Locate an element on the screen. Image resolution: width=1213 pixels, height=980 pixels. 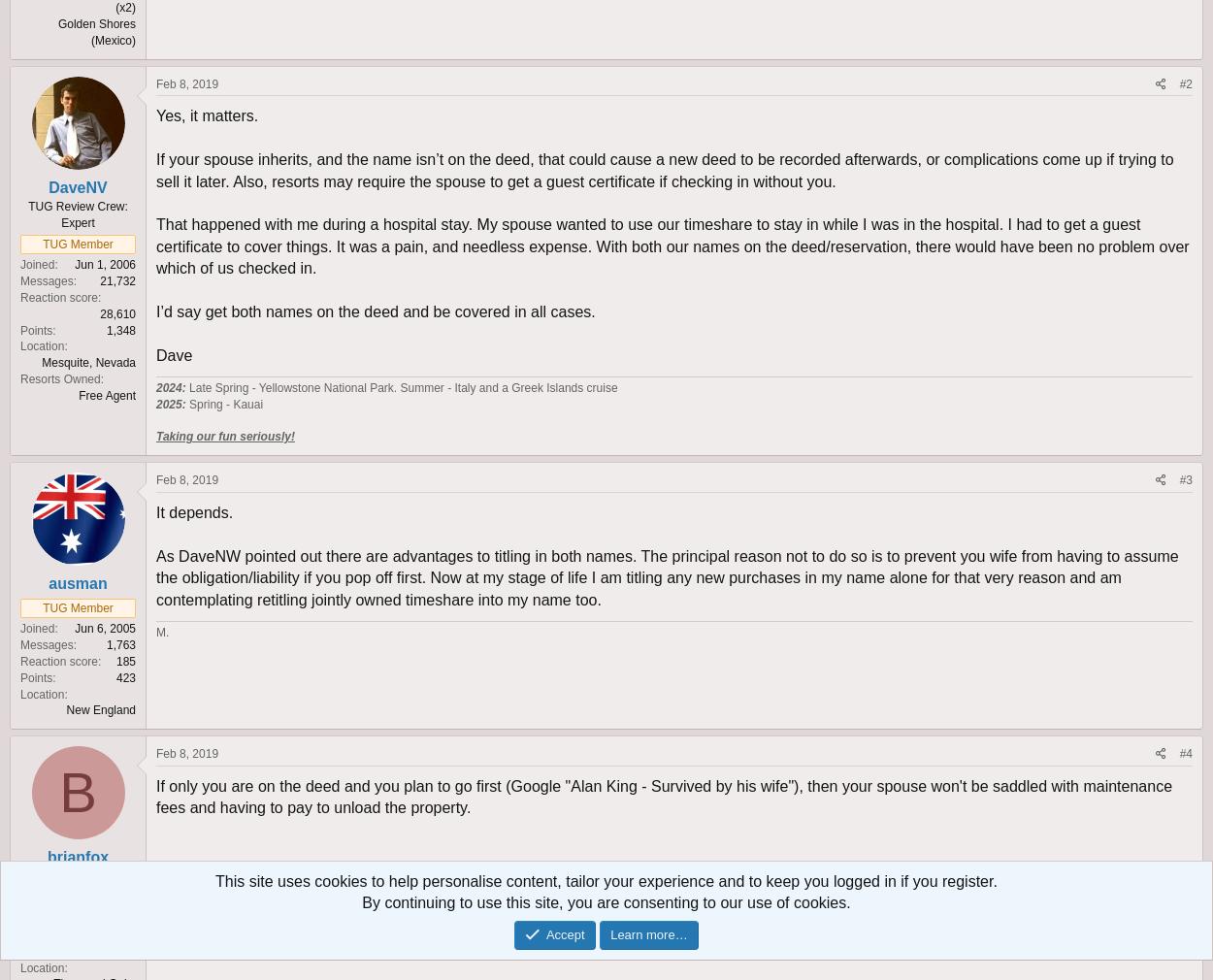
'#2' is located at coordinates (1185, 82).